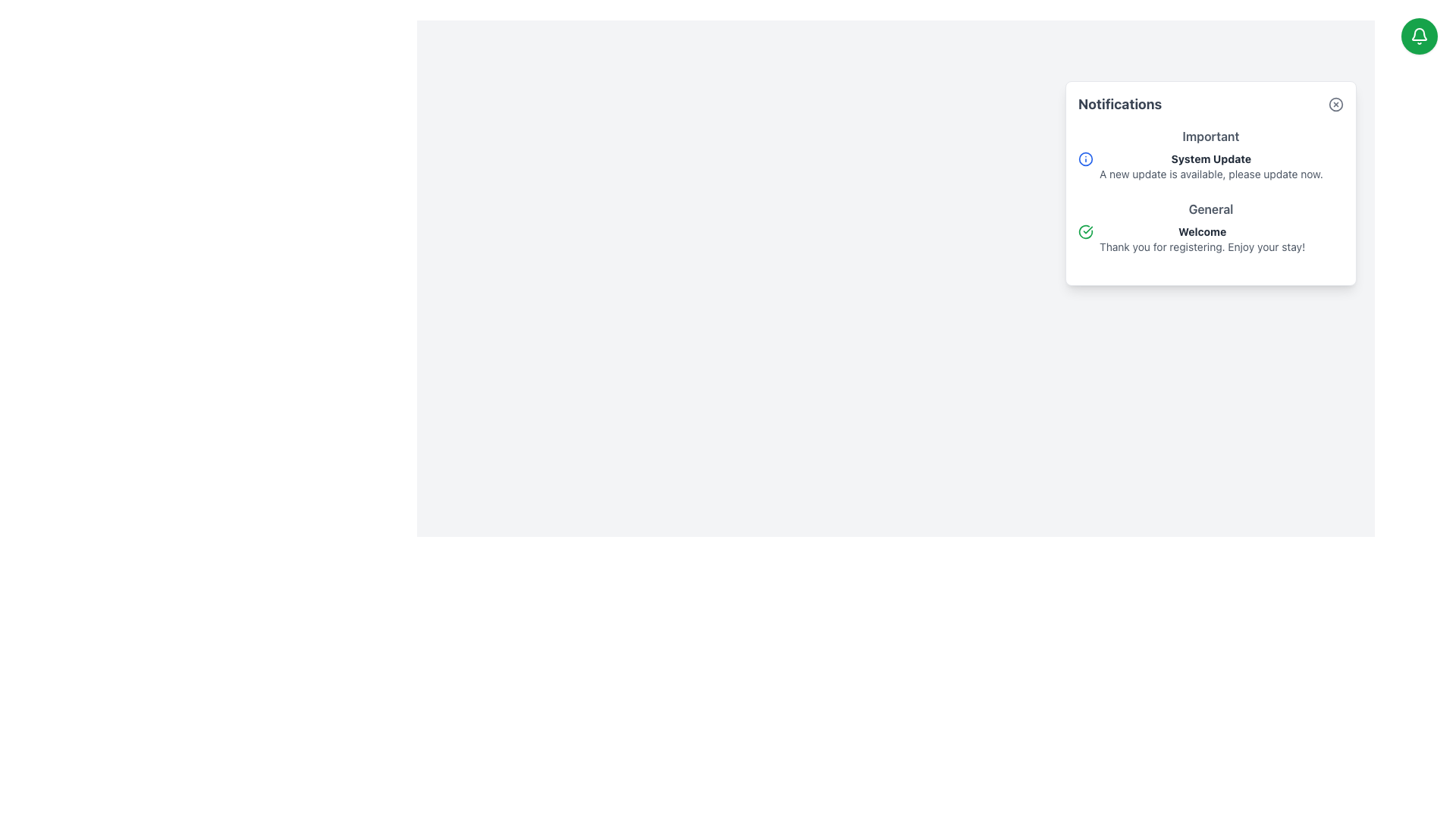 This screenshot has height=819, width=1456. I want to click on the important message notification located in the notifications panel, right below the 'Important' header, so click(1210, 166).